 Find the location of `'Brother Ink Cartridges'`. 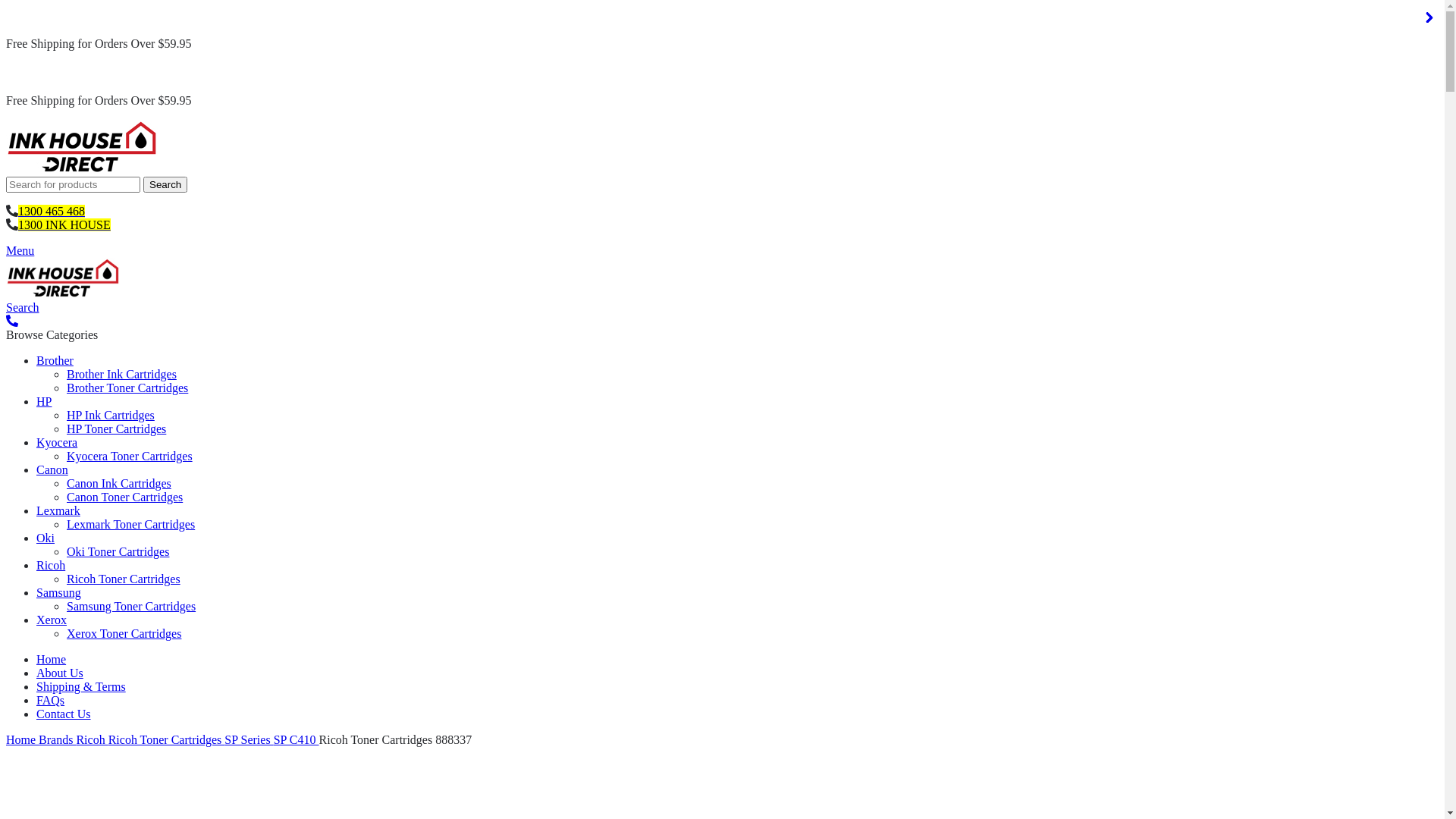

'Brother Ink Cartridges' is located at coordinates (121, 374).